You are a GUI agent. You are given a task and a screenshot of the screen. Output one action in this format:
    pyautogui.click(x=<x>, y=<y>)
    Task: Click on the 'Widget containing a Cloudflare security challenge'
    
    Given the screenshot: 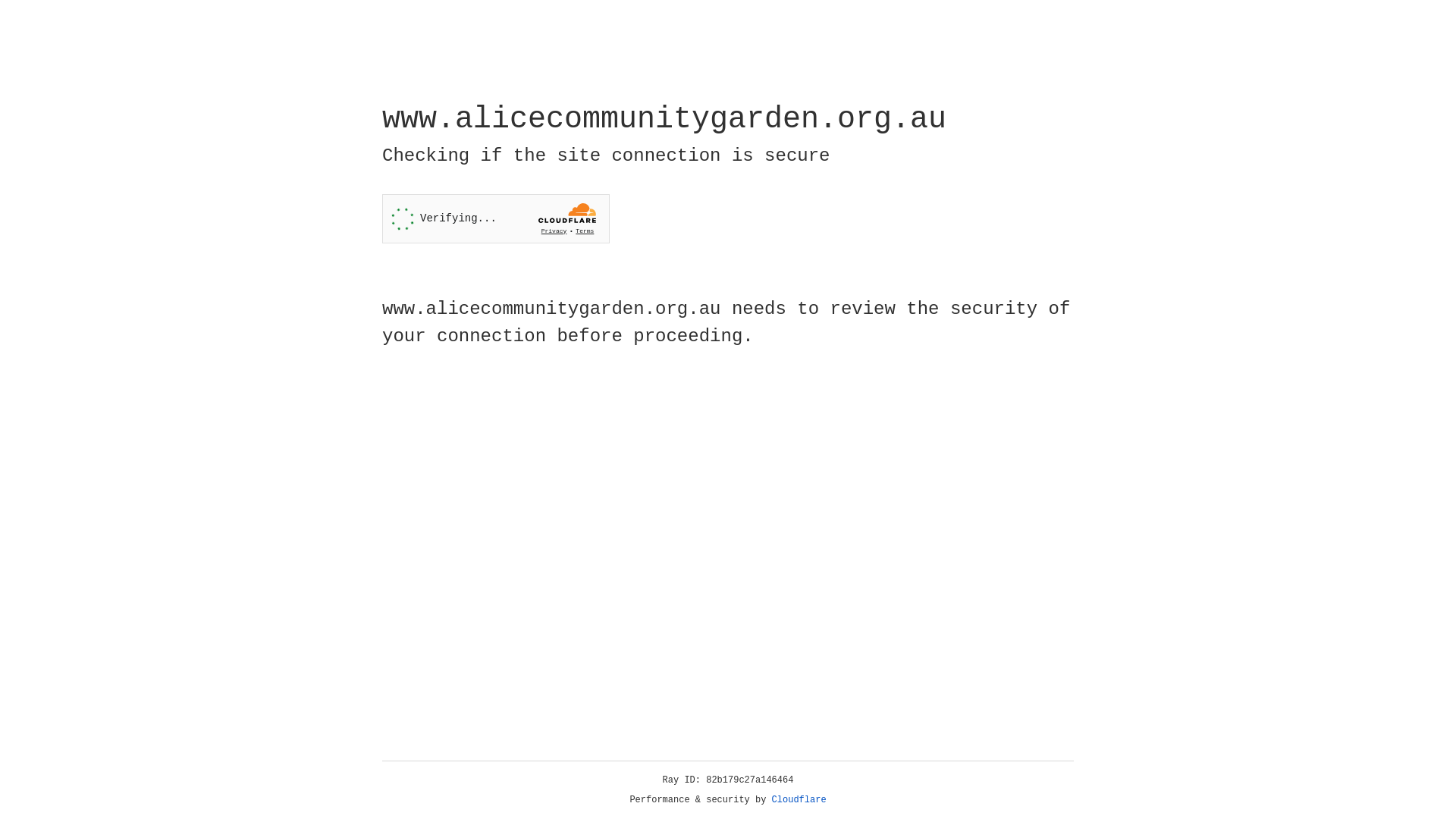 What is the action you would take?
    pyautogui.click(x=495, y=218)
    